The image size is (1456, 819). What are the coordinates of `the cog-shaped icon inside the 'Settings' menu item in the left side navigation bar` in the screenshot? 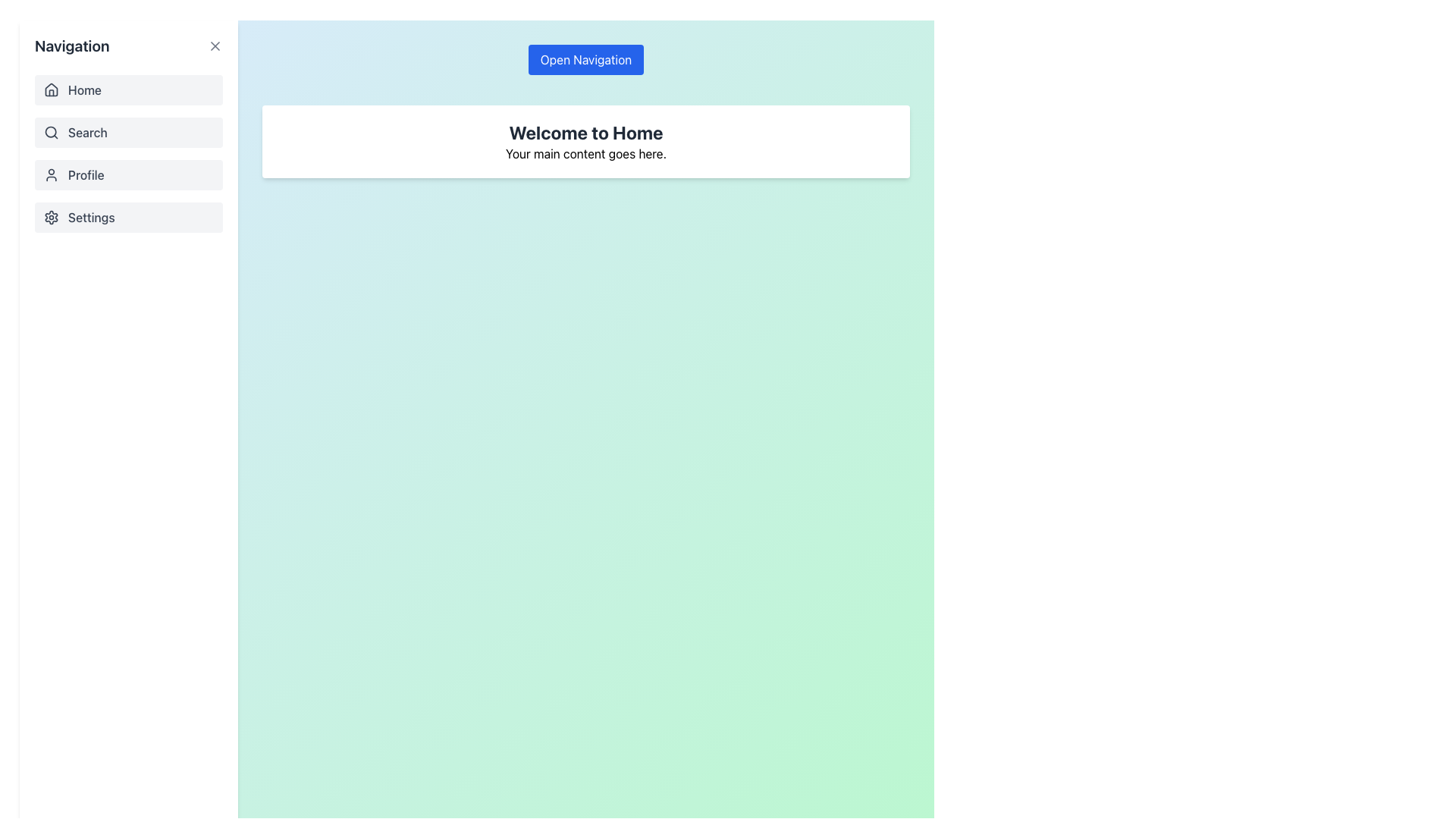 It's located at (51, 217).